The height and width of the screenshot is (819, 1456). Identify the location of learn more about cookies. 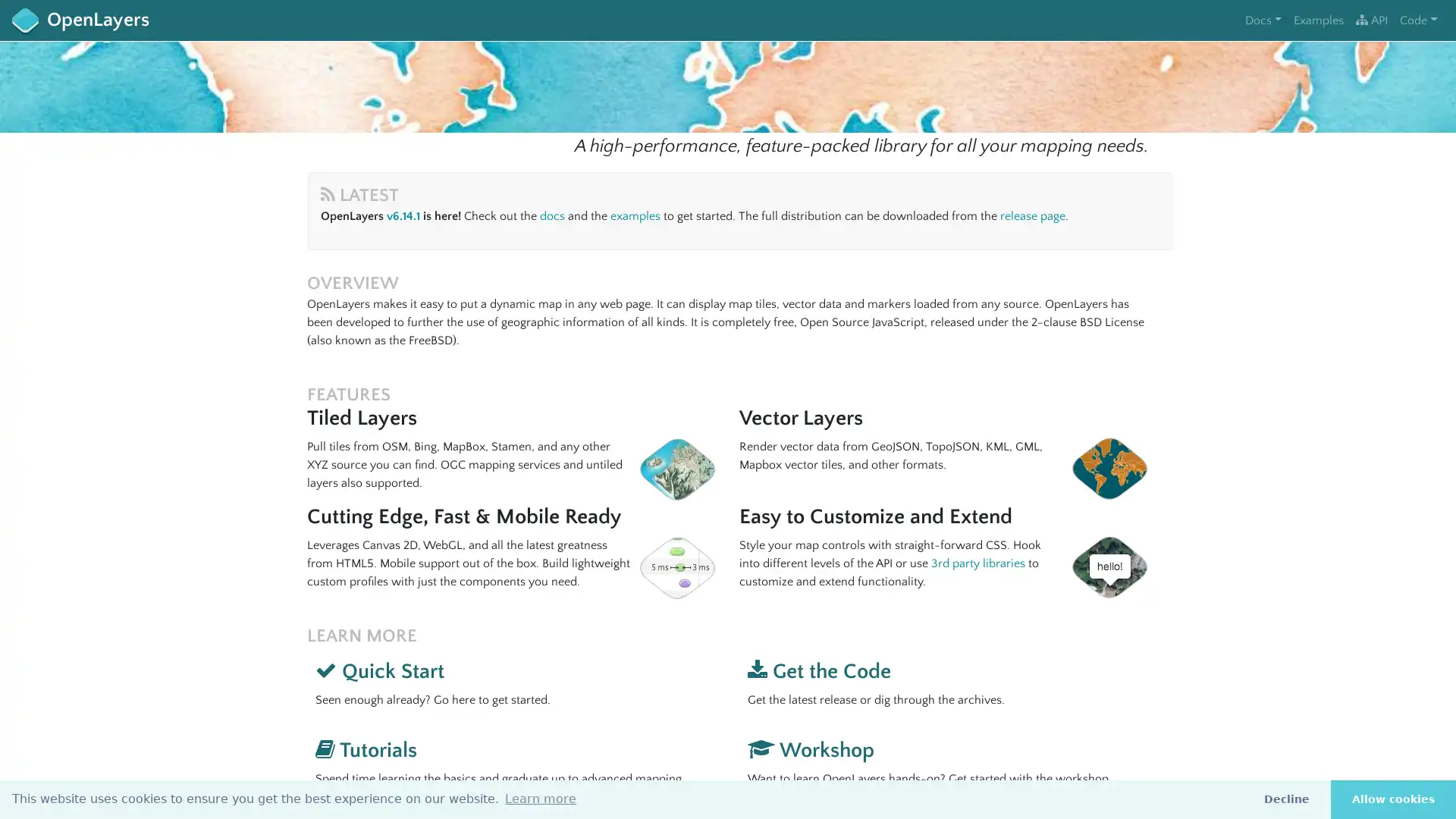
(541, 798).